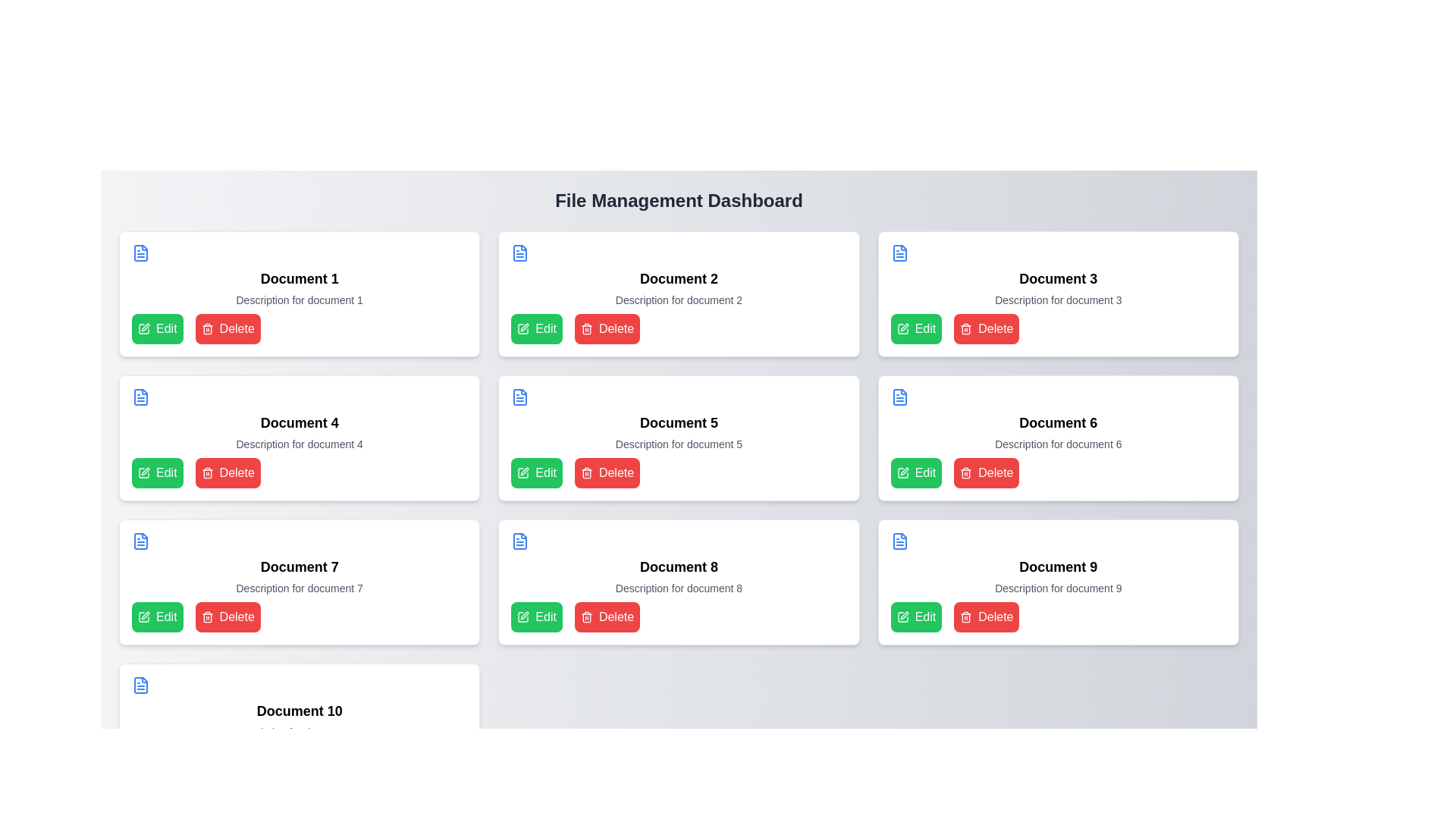 This screenshot has height=819, width=1456. I want to click on the 'Edit' button with rounded corners, which has a green background and white text, located at the bottom of the 'Document 6' card, so click(915, 472).